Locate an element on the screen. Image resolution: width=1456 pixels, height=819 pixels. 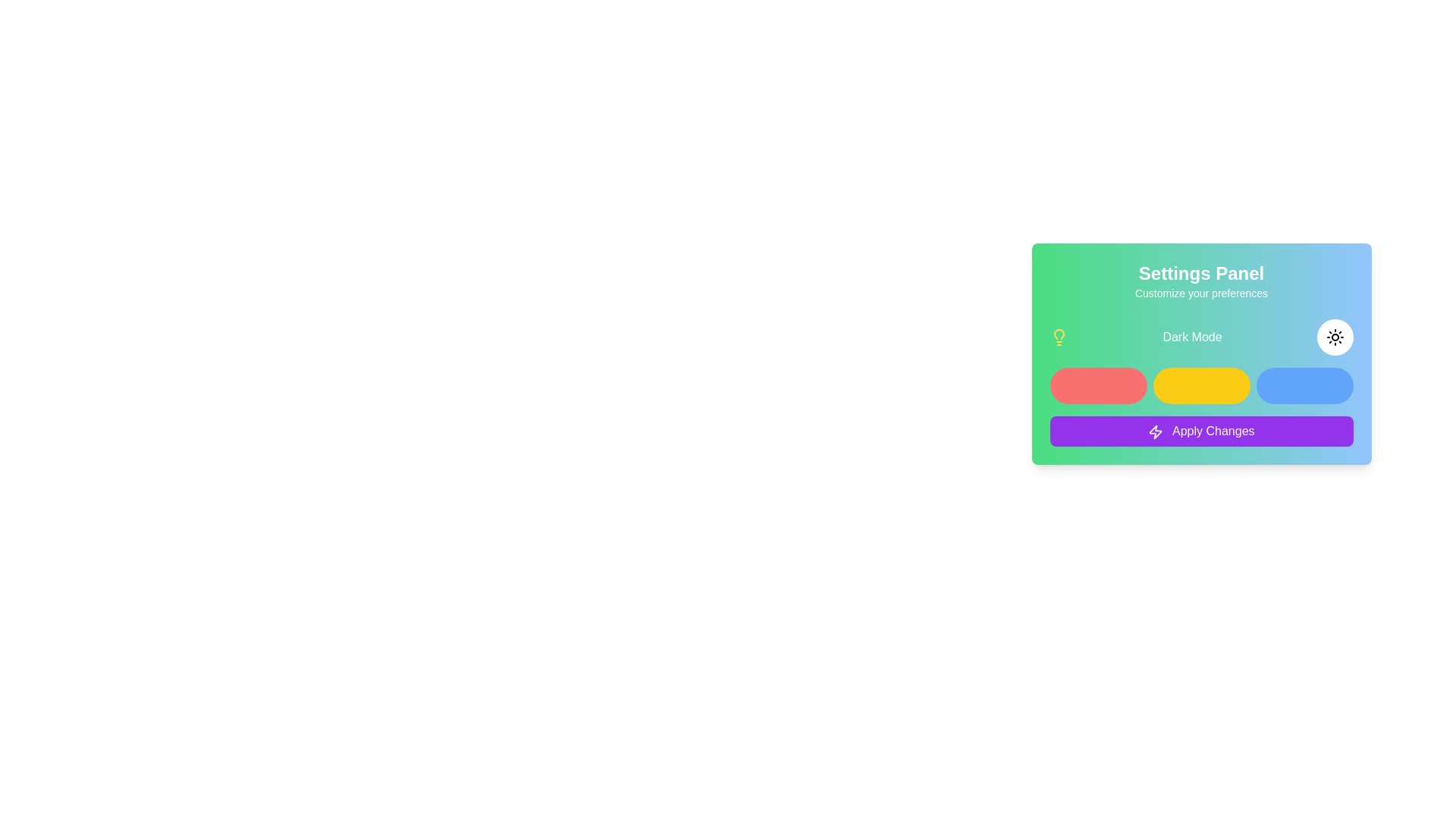
the icon representing the 'Apply Changes' action, which is located centrally at the bottom of the settings panel is located at coordinates (1155, 431).